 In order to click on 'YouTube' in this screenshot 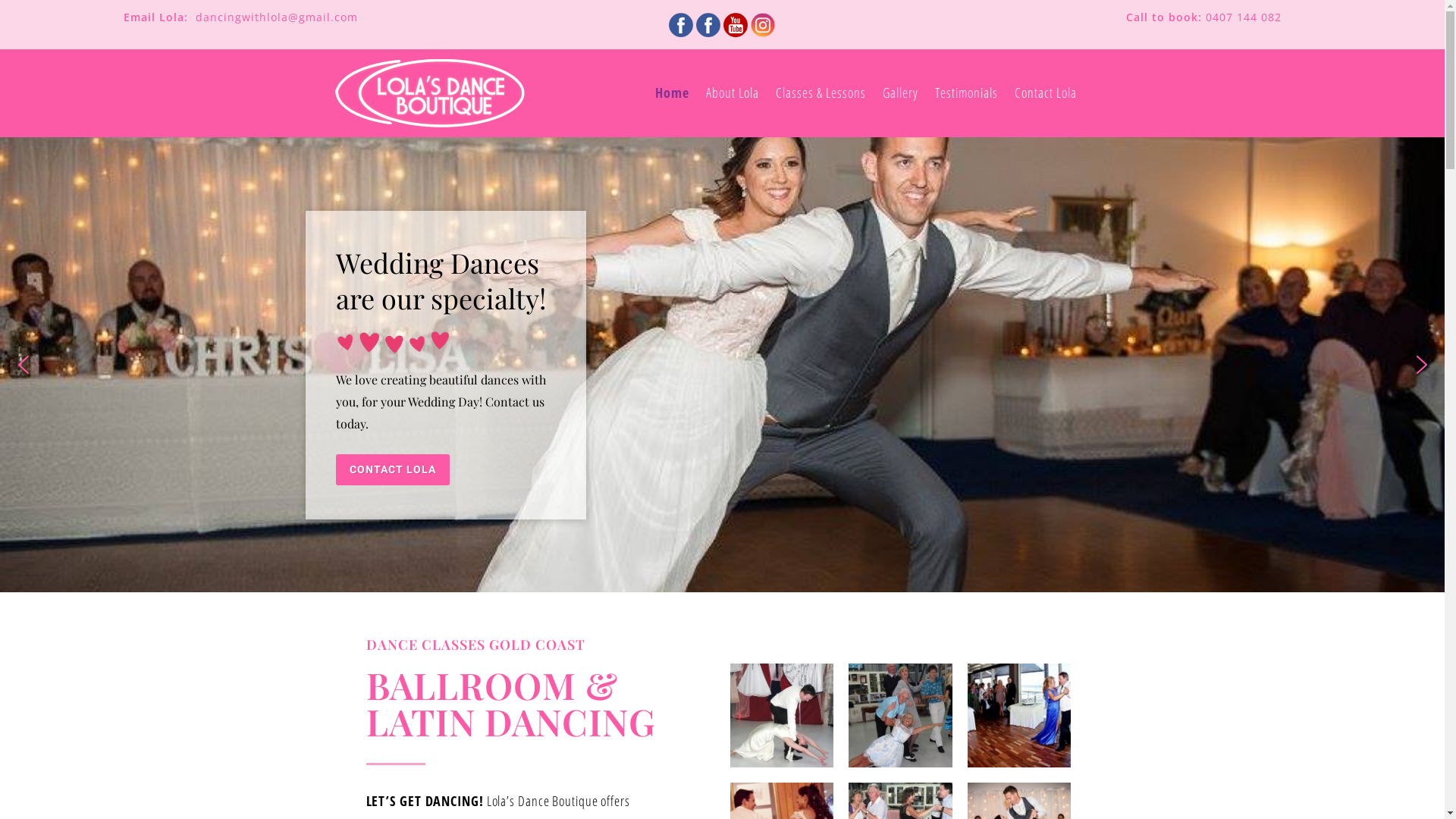, I will do `click(735, 25)`.